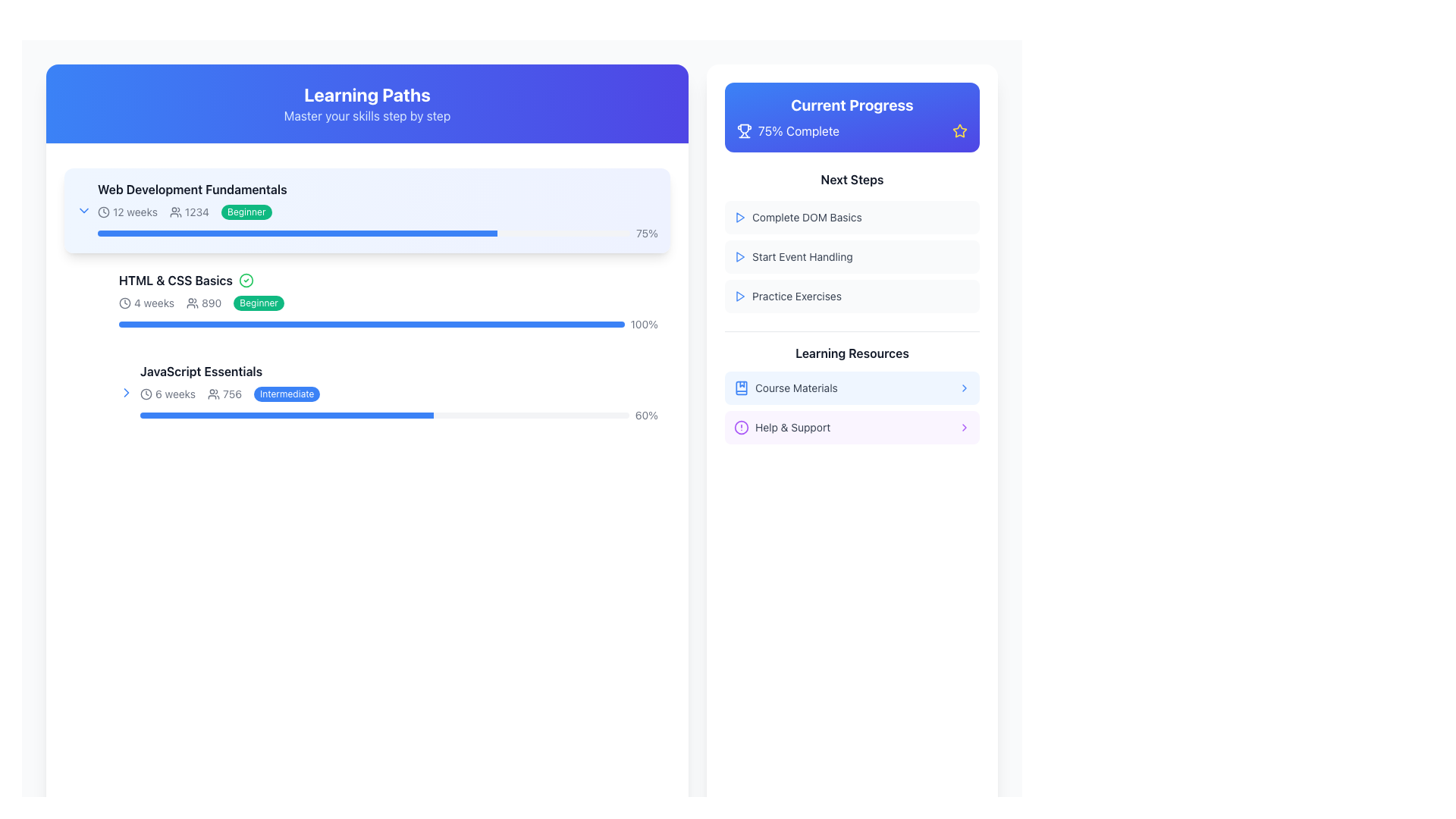 This screenshot has width=1456, height=819. Describe the element at coordinates (200, 371) in the screenshot. I see `the text label displaying 'JavaScript Essentials' in bold black font within the 'Learning Paths' section of the application` at that location.